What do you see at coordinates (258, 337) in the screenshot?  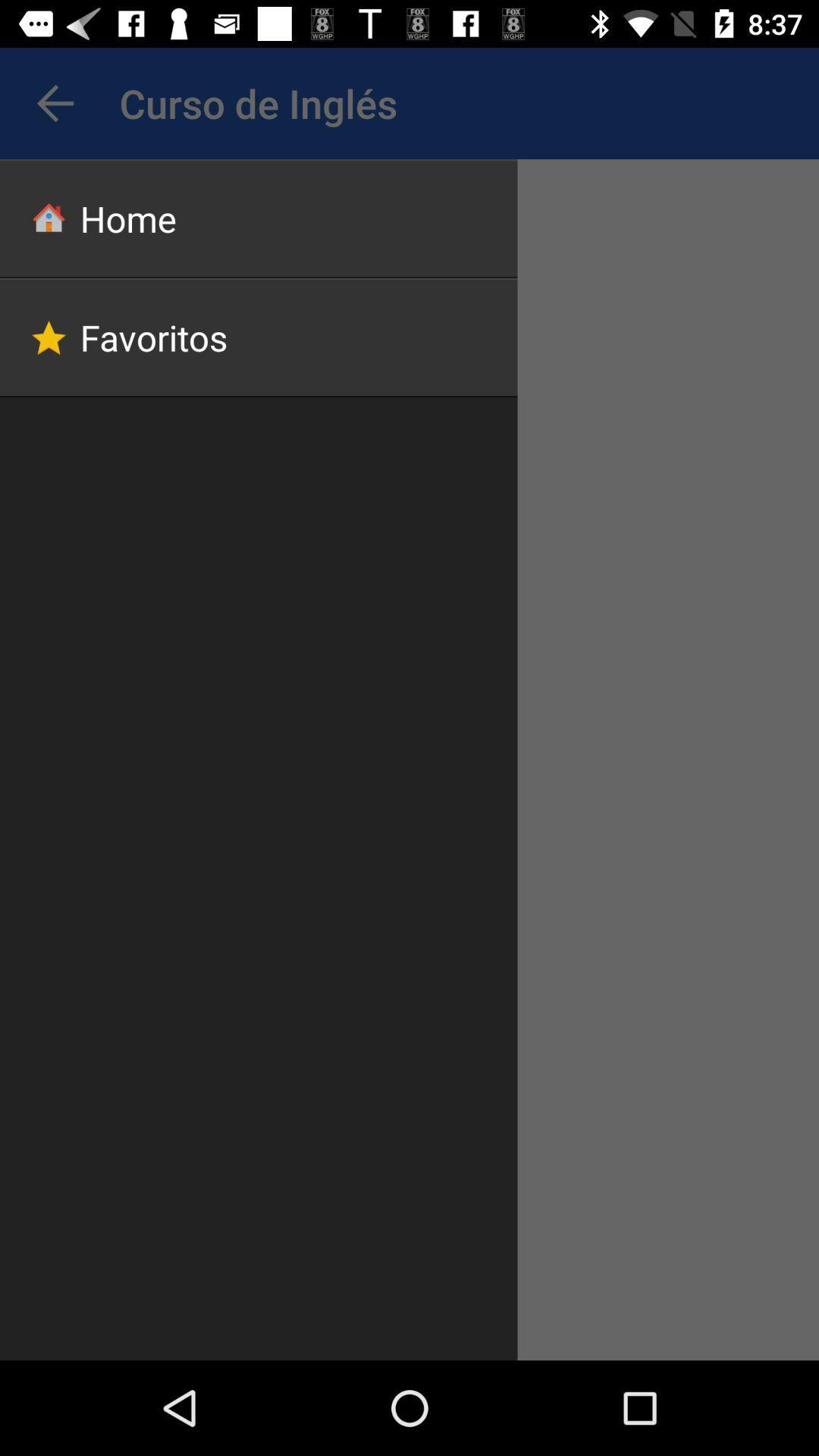 I see `app below the home item` at bounding box center [258, 337].